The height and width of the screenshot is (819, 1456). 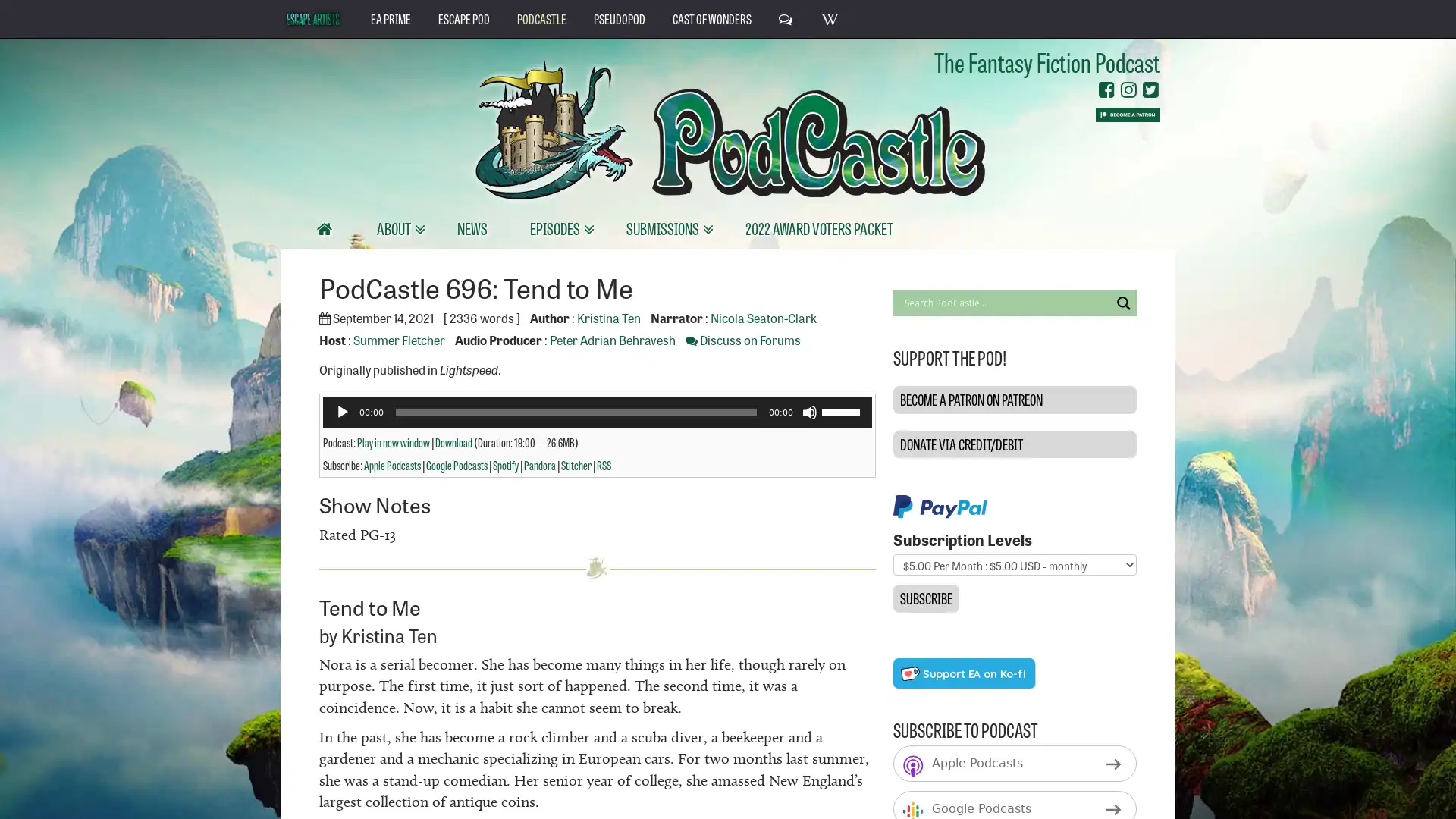 I want to click on Mute, so click(x=808, y=412).